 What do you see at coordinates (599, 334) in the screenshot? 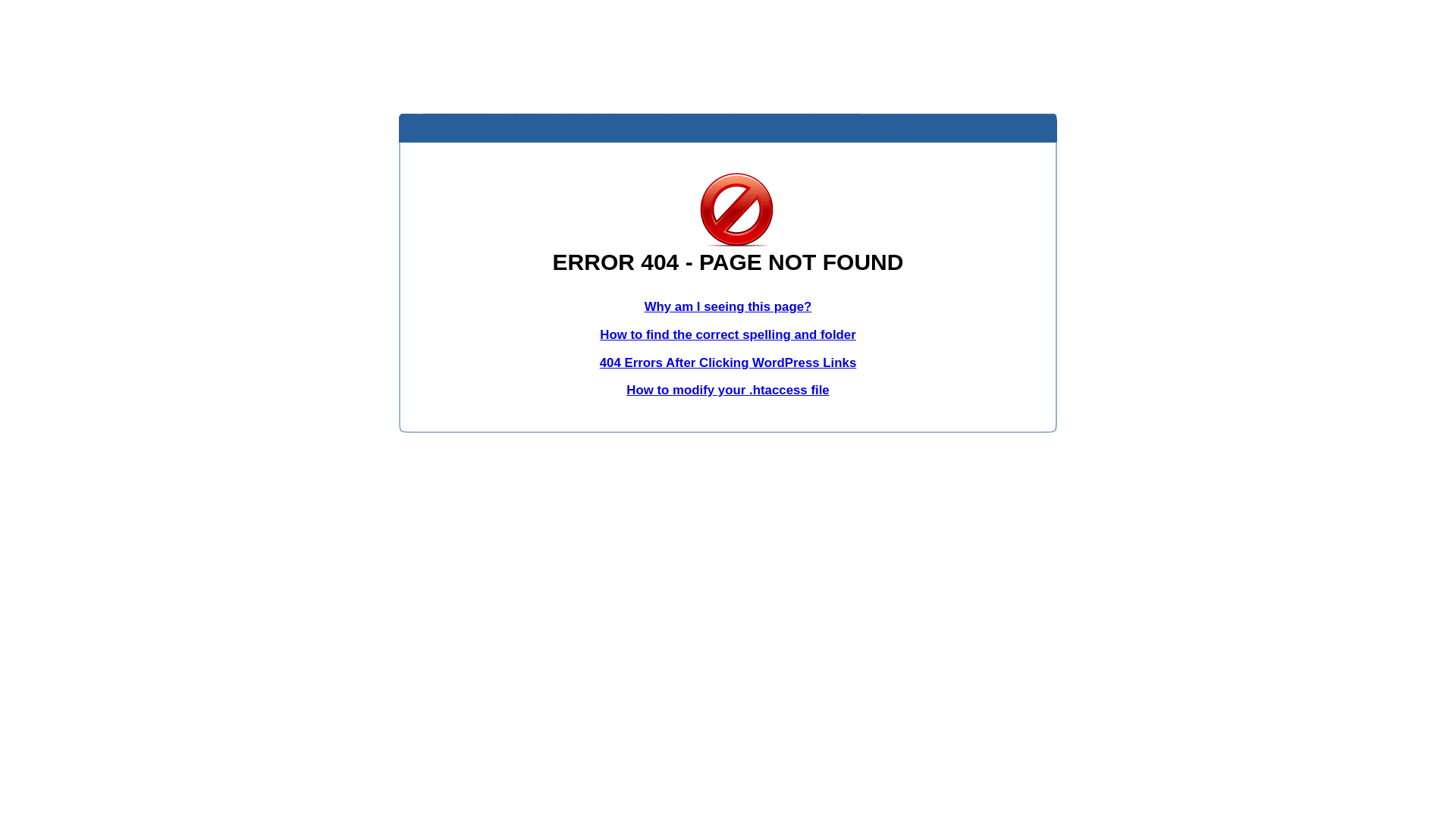
I see `'How to find the correct spelling and folder'` at bounding box center [599, 334].